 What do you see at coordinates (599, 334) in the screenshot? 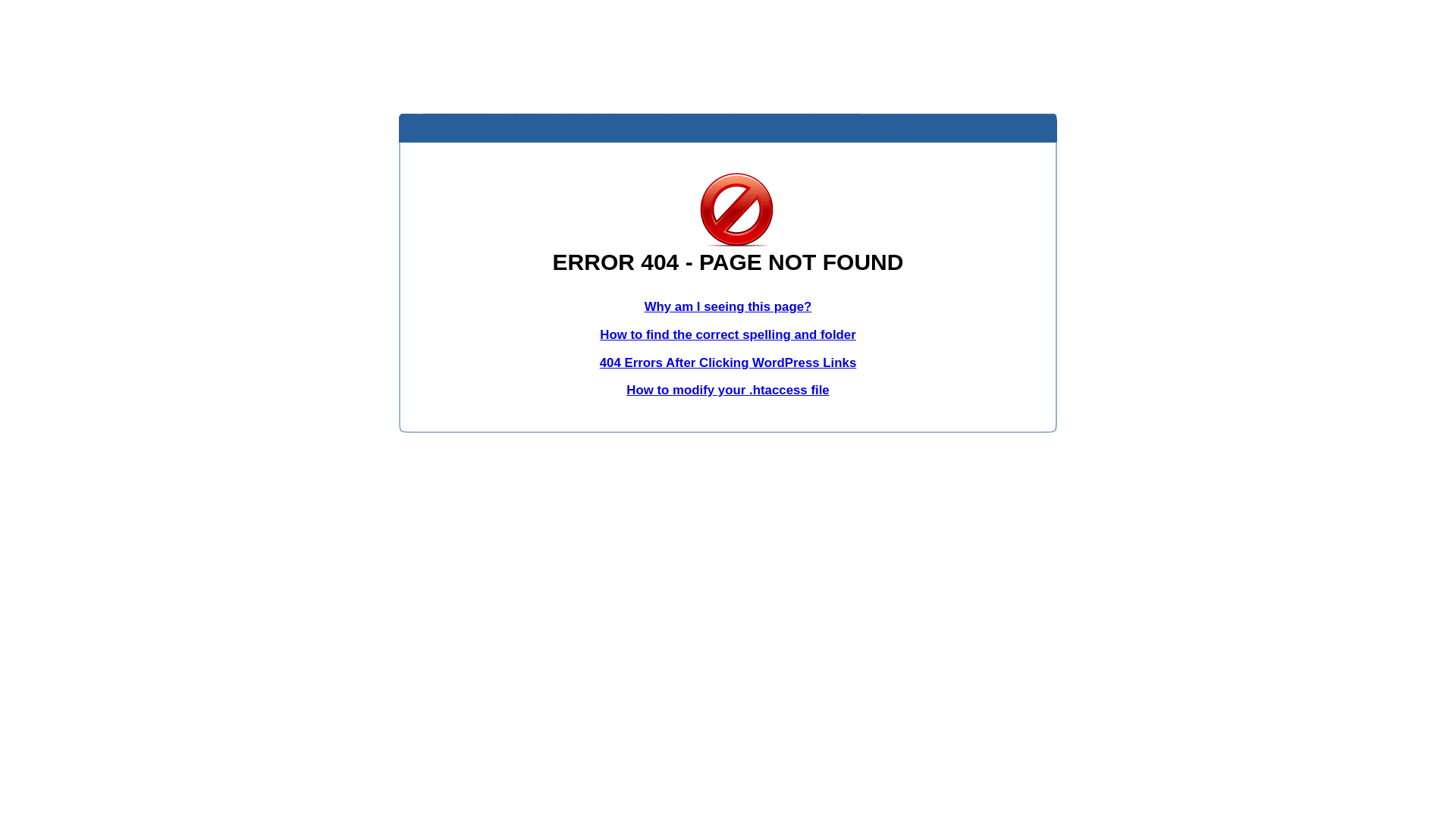
I see `'How to find the correct spelling and folder'` at bounding box center [599, 334].